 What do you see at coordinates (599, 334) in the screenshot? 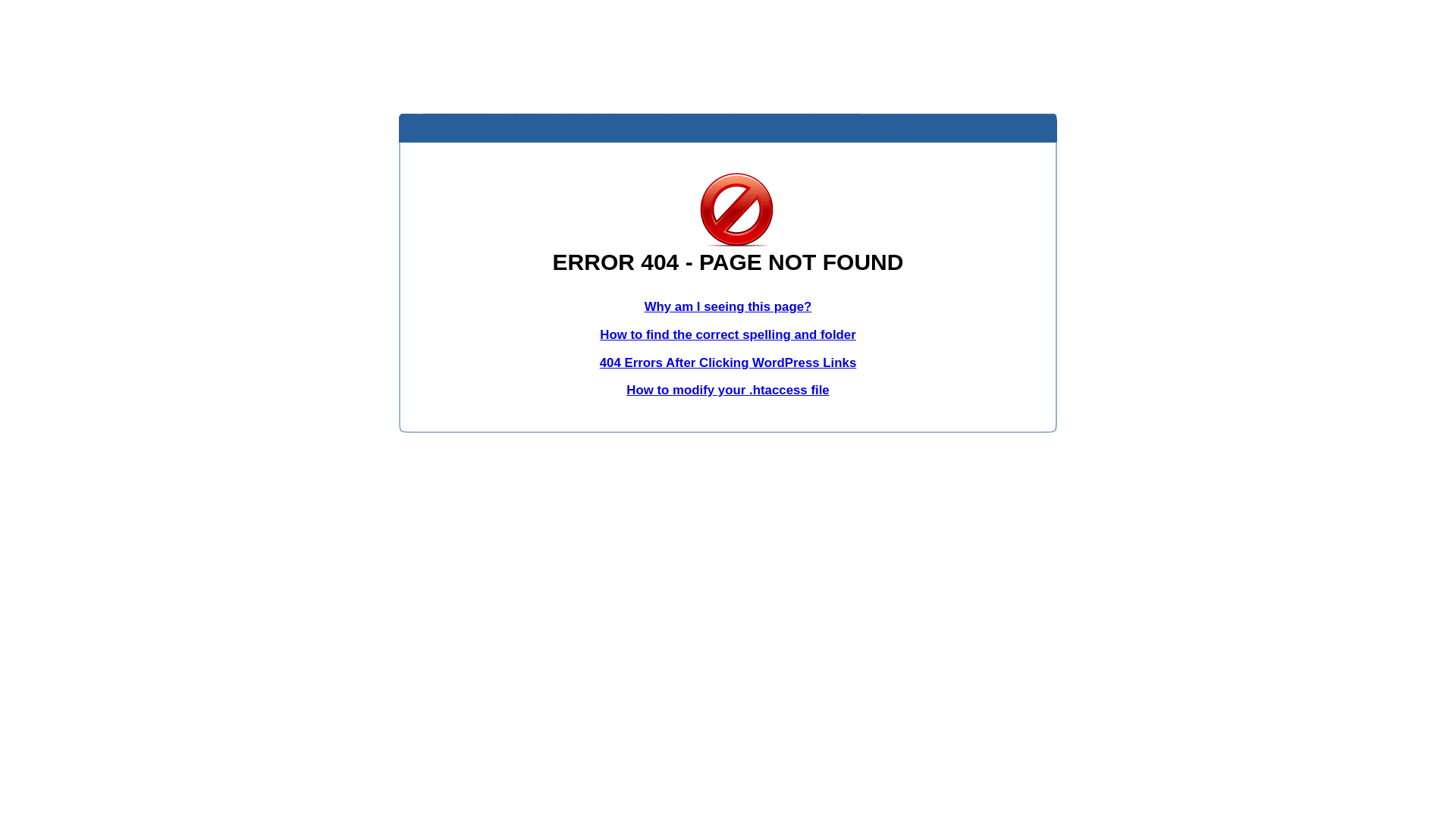
I see `'How to find the correct spelling and folder'` at bounding box center [599, 334].